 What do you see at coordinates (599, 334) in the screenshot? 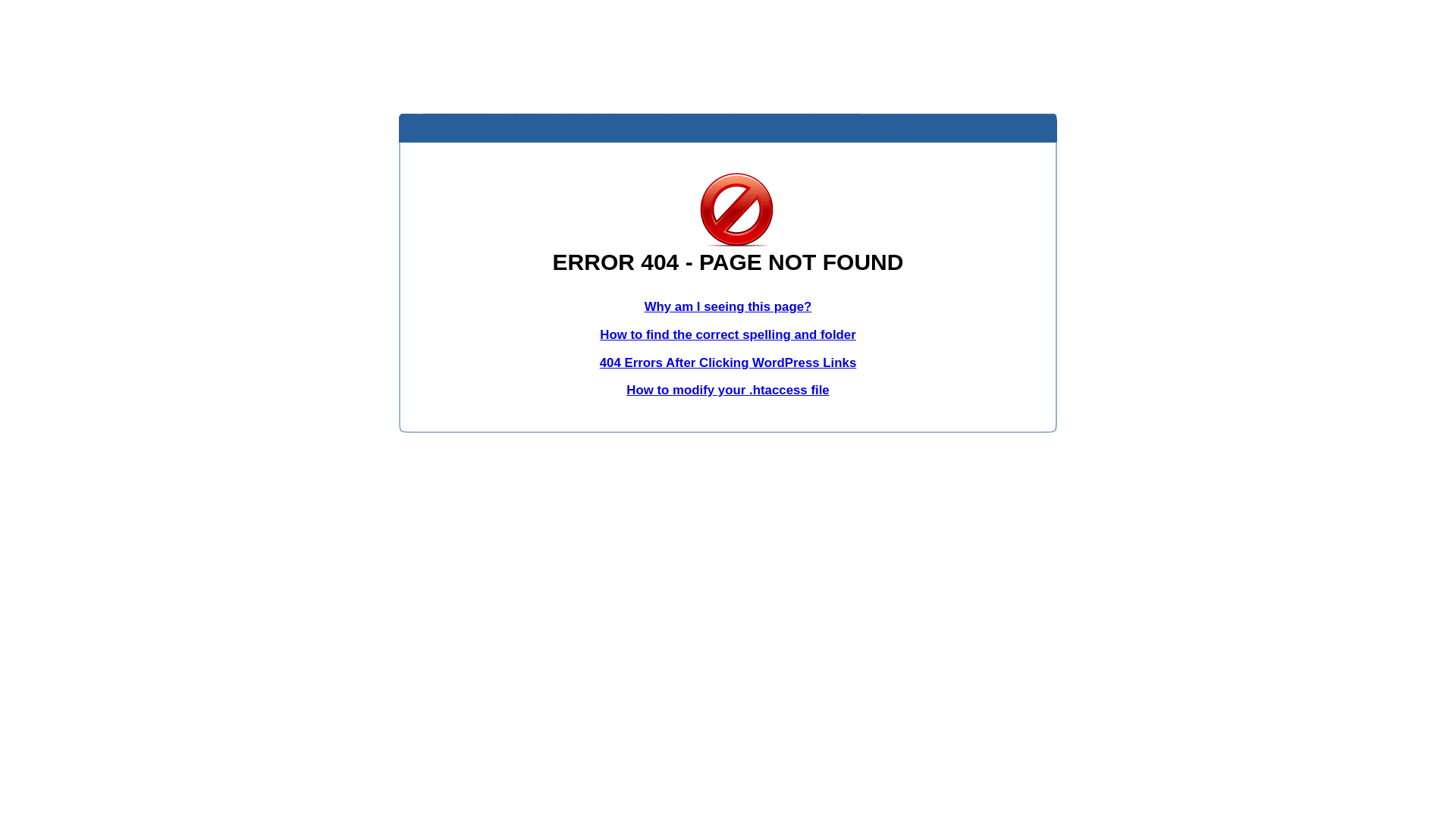
I see `'How to find the correct spelling and folder'` at bounding box center [599, 334].